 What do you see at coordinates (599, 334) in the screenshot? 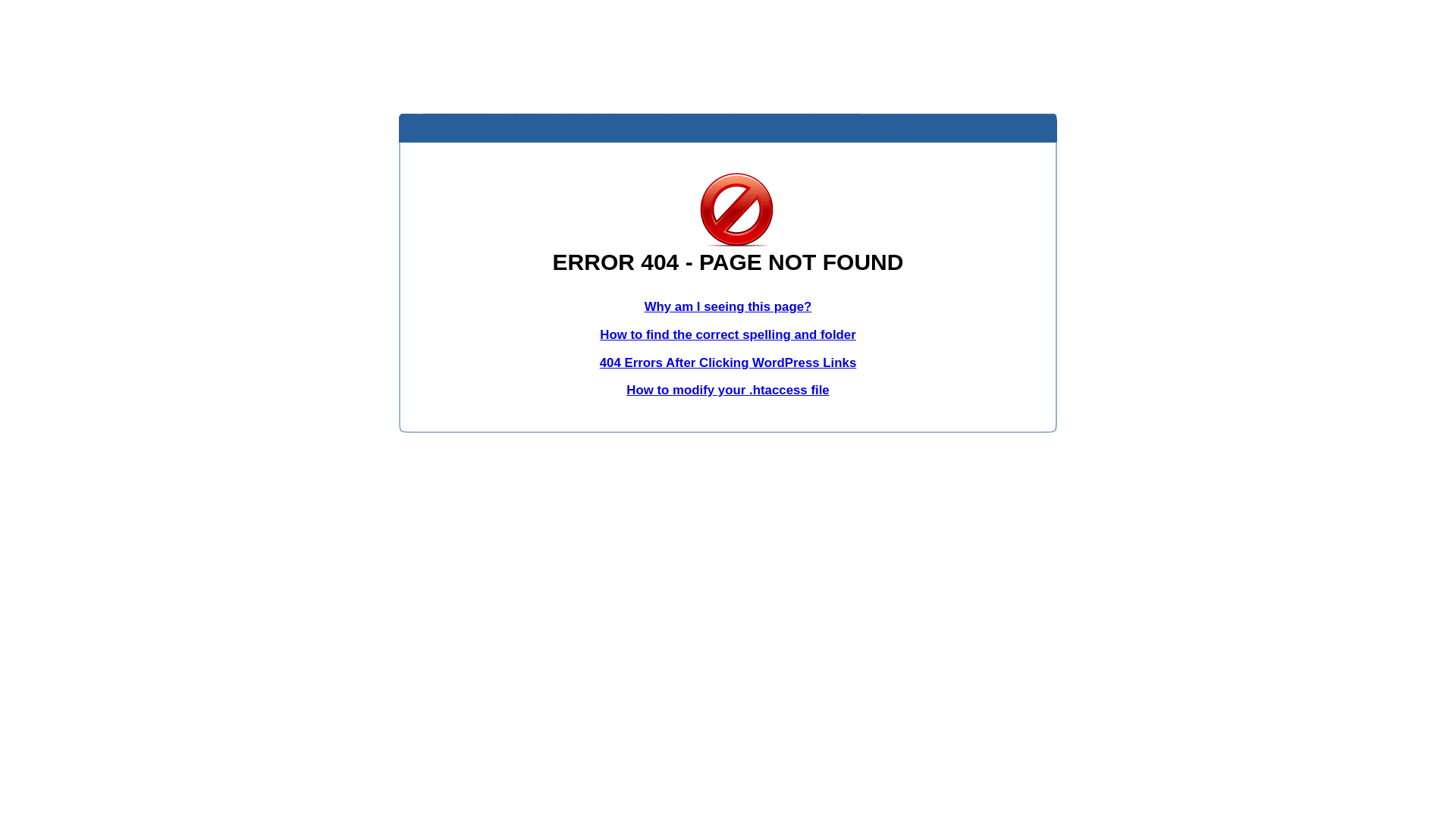
I see `'How to find the correct spelling and folder'` at bounding box center [599, 334].